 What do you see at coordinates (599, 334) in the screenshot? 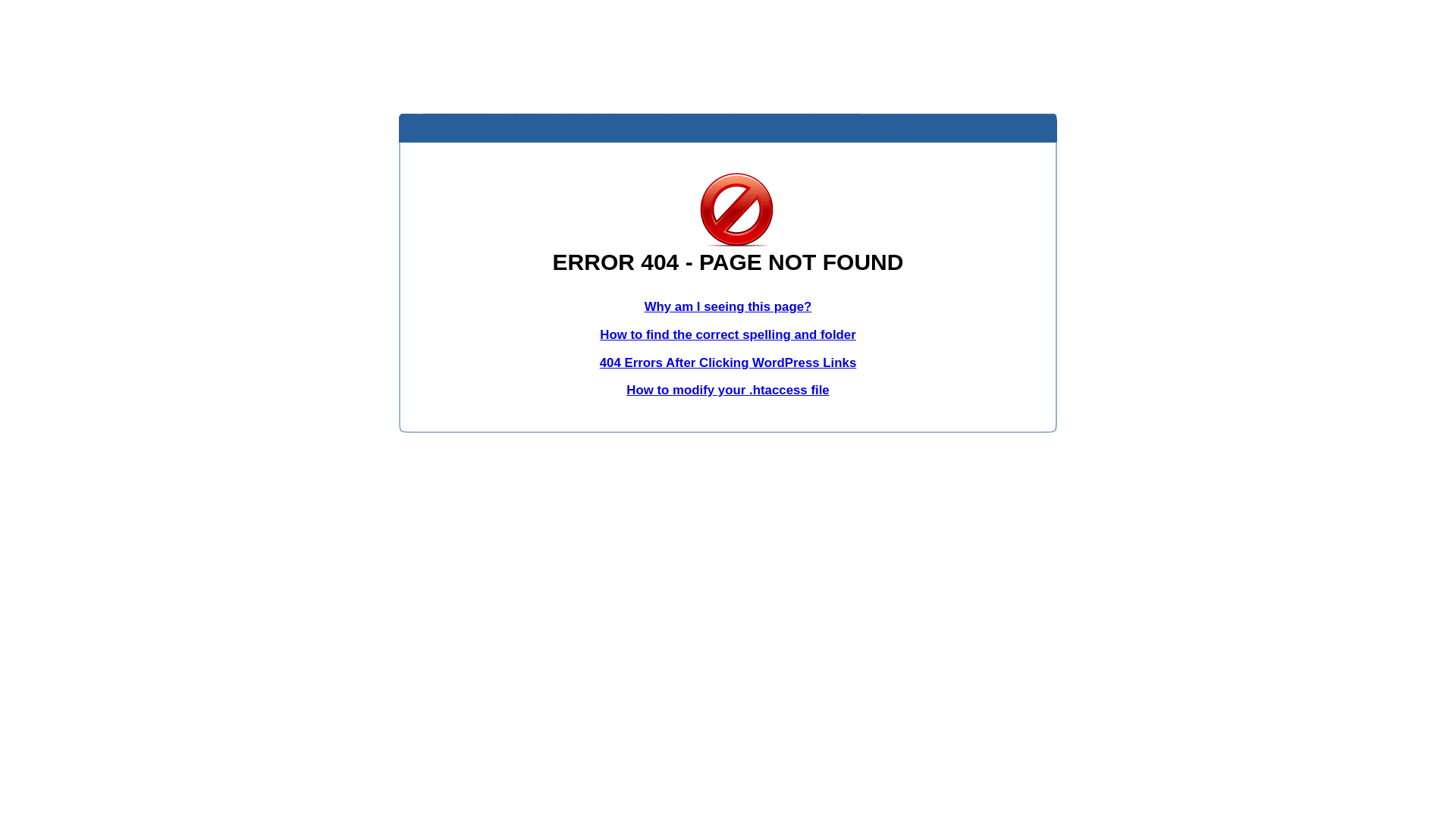
I see `'How to find the correct spelling and folder'` at bounding box center [599, 334].